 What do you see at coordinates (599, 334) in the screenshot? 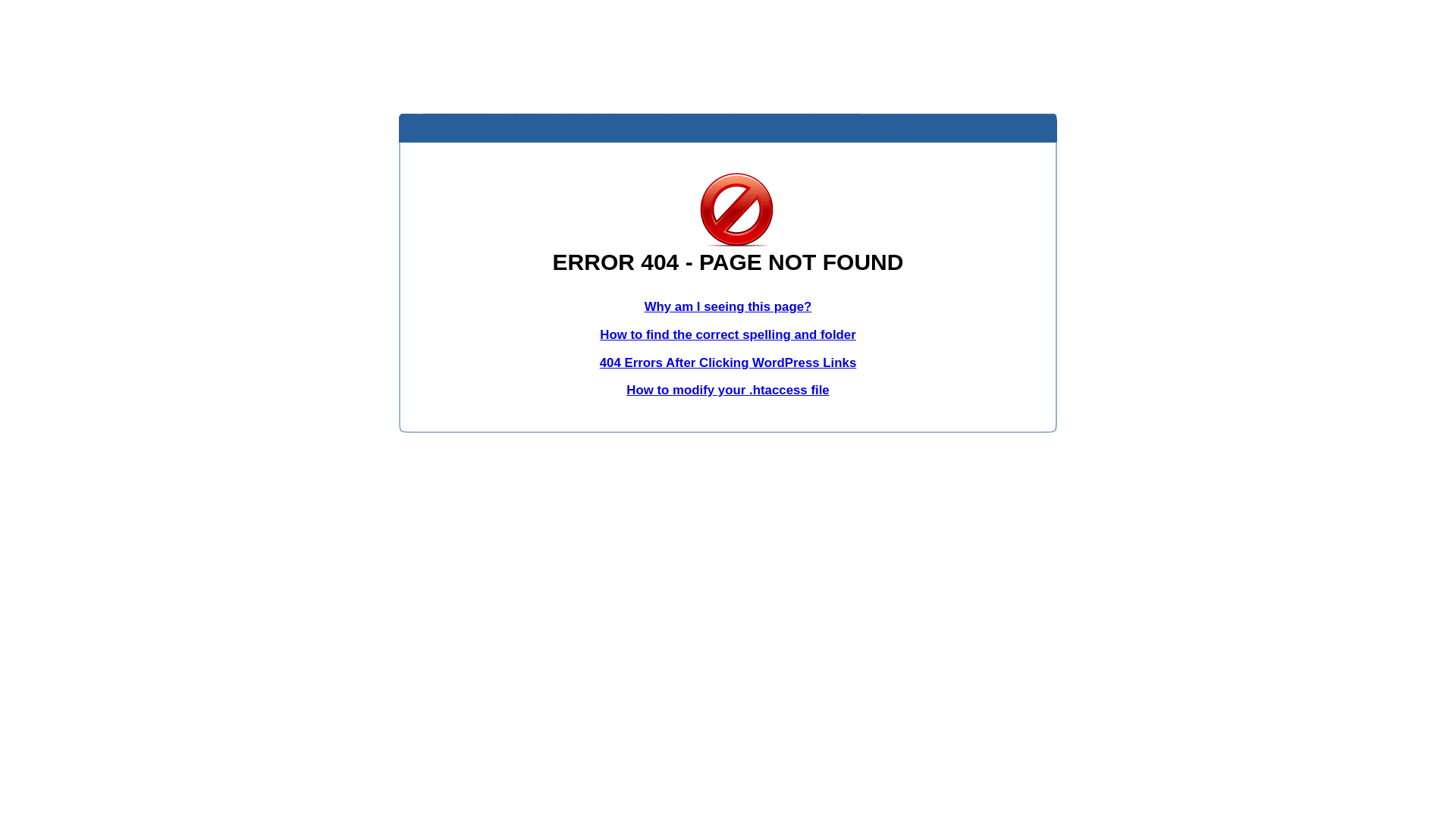
I see `'How to find the correct spelling and folder'` at bounding box center [599, 334].